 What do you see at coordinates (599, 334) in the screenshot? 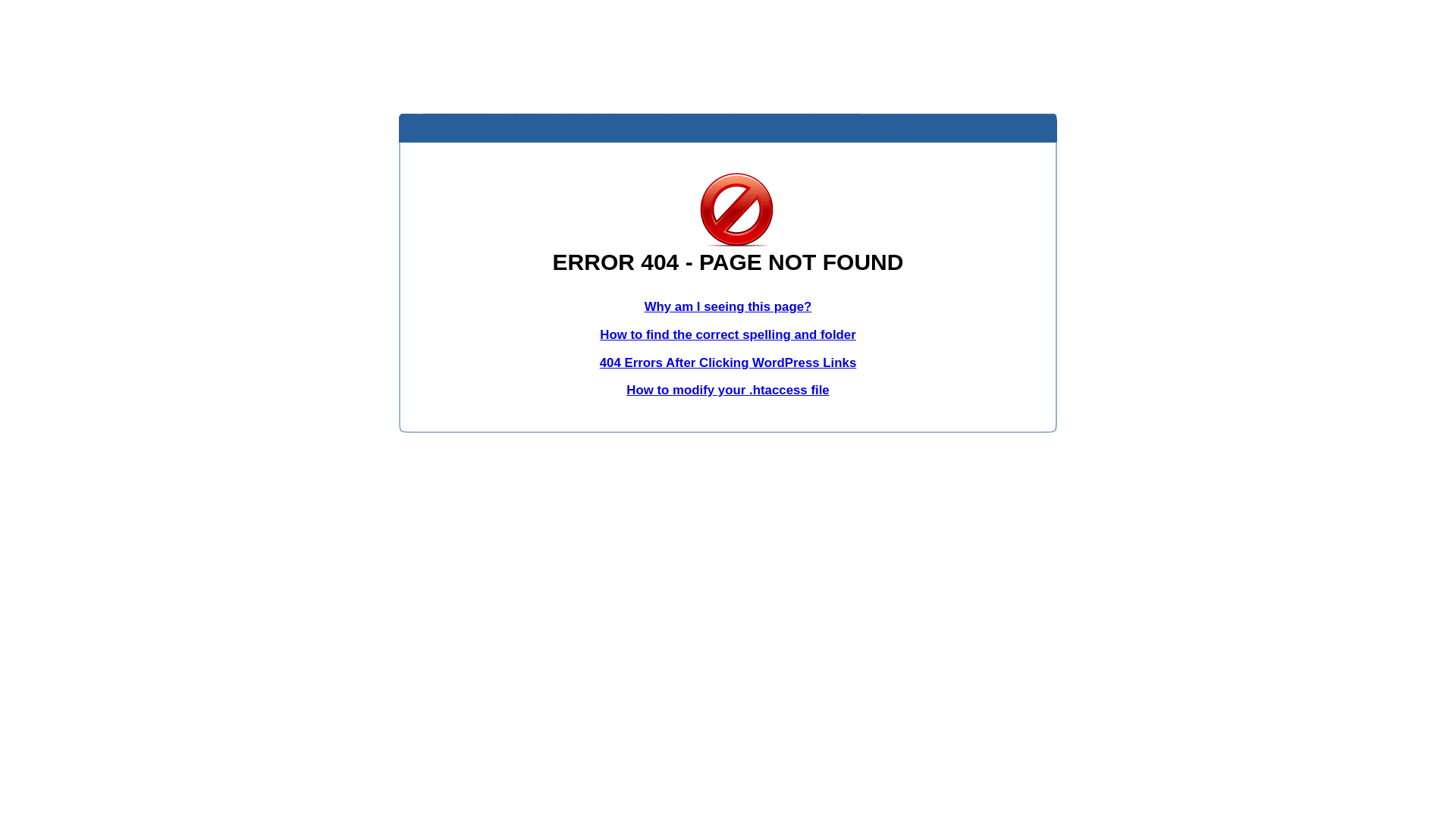
I see `'How to find the correct spelling and folder'` at bounding box center [599, 334].